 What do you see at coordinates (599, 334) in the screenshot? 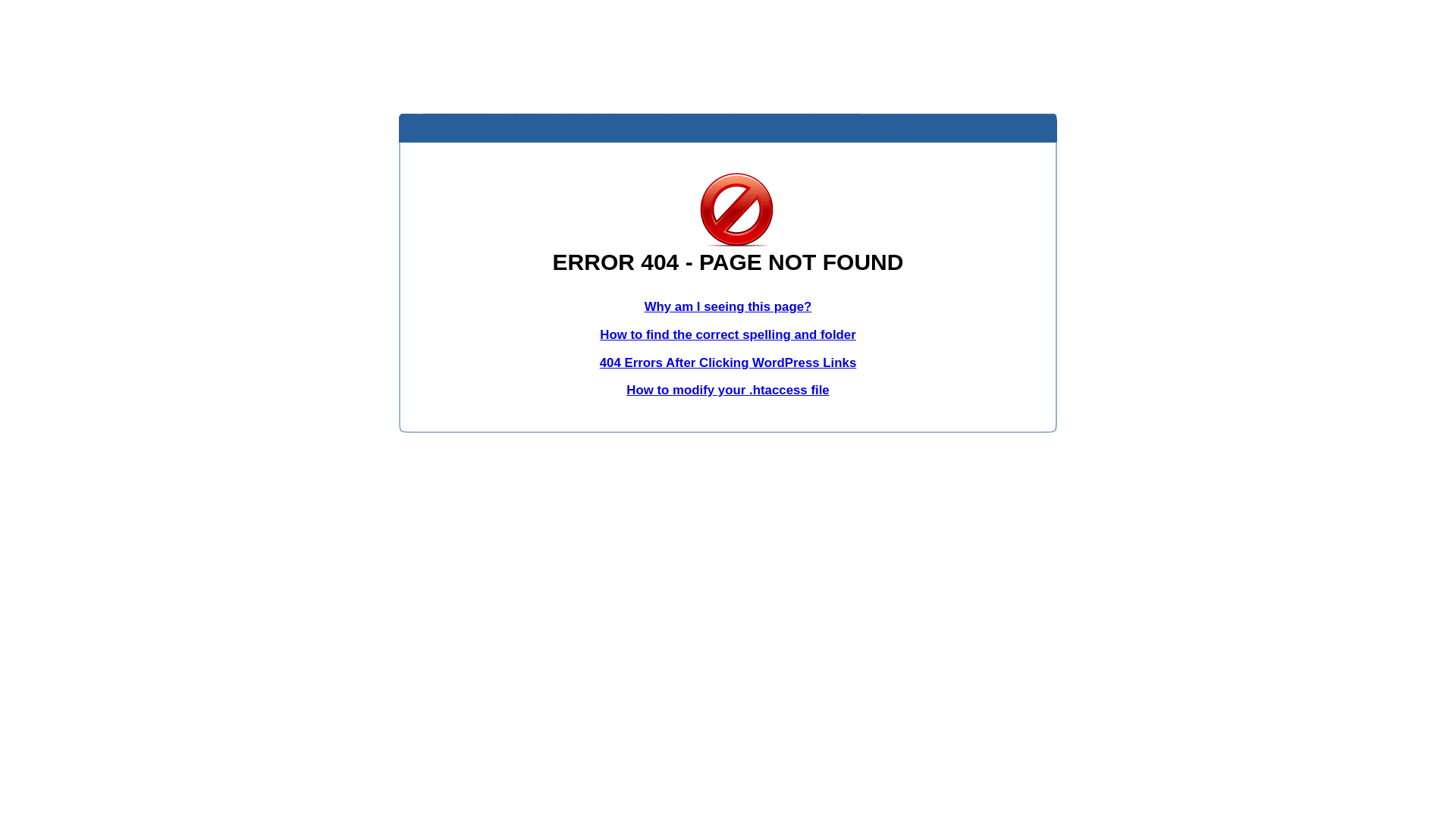
I see `'How to find the correct spelling and folder'` at bounding box center [599, 334].